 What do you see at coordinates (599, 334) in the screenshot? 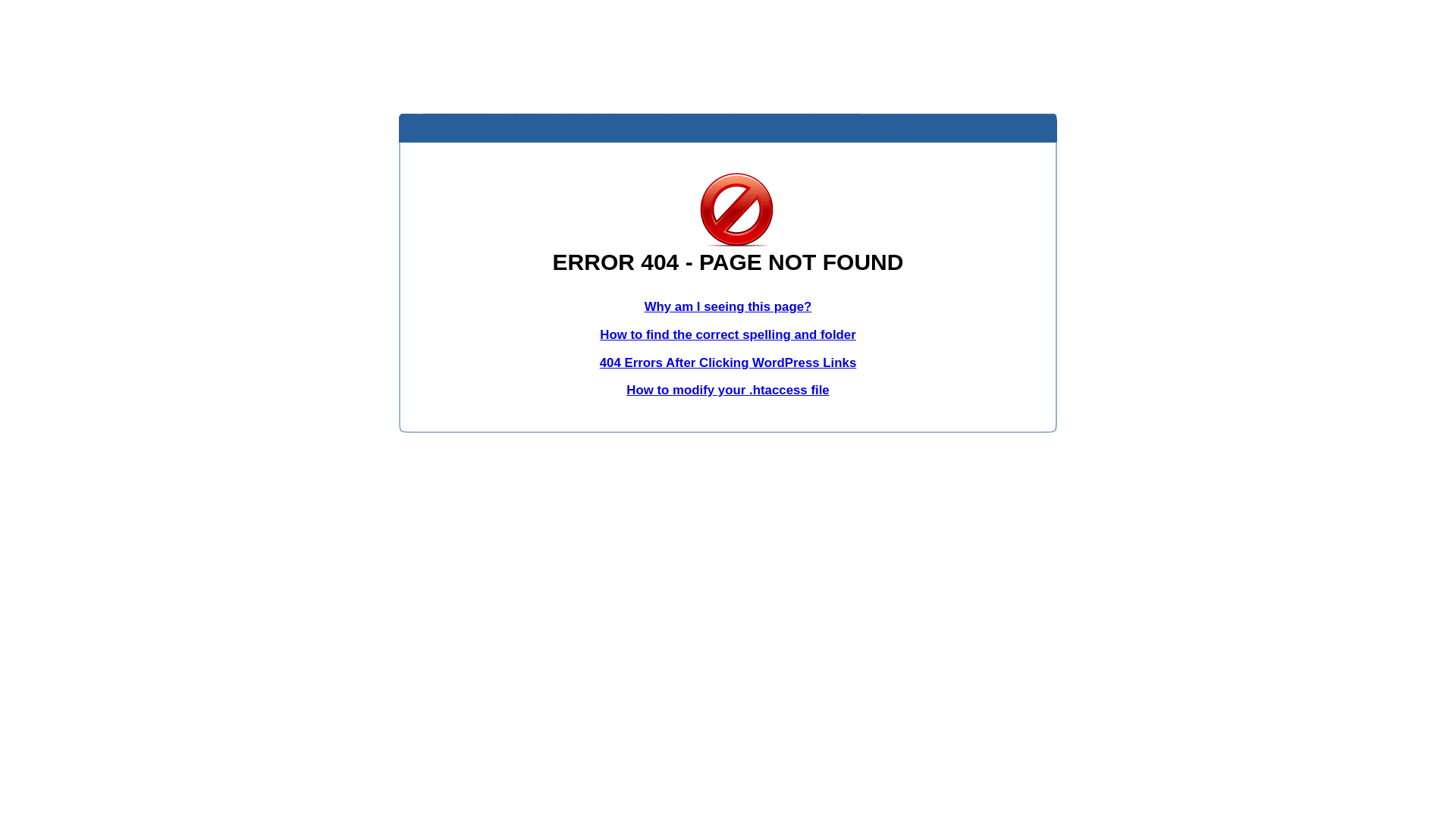
I see `'How to find the correct spelling and folder'` at bounding box center [599, 334].